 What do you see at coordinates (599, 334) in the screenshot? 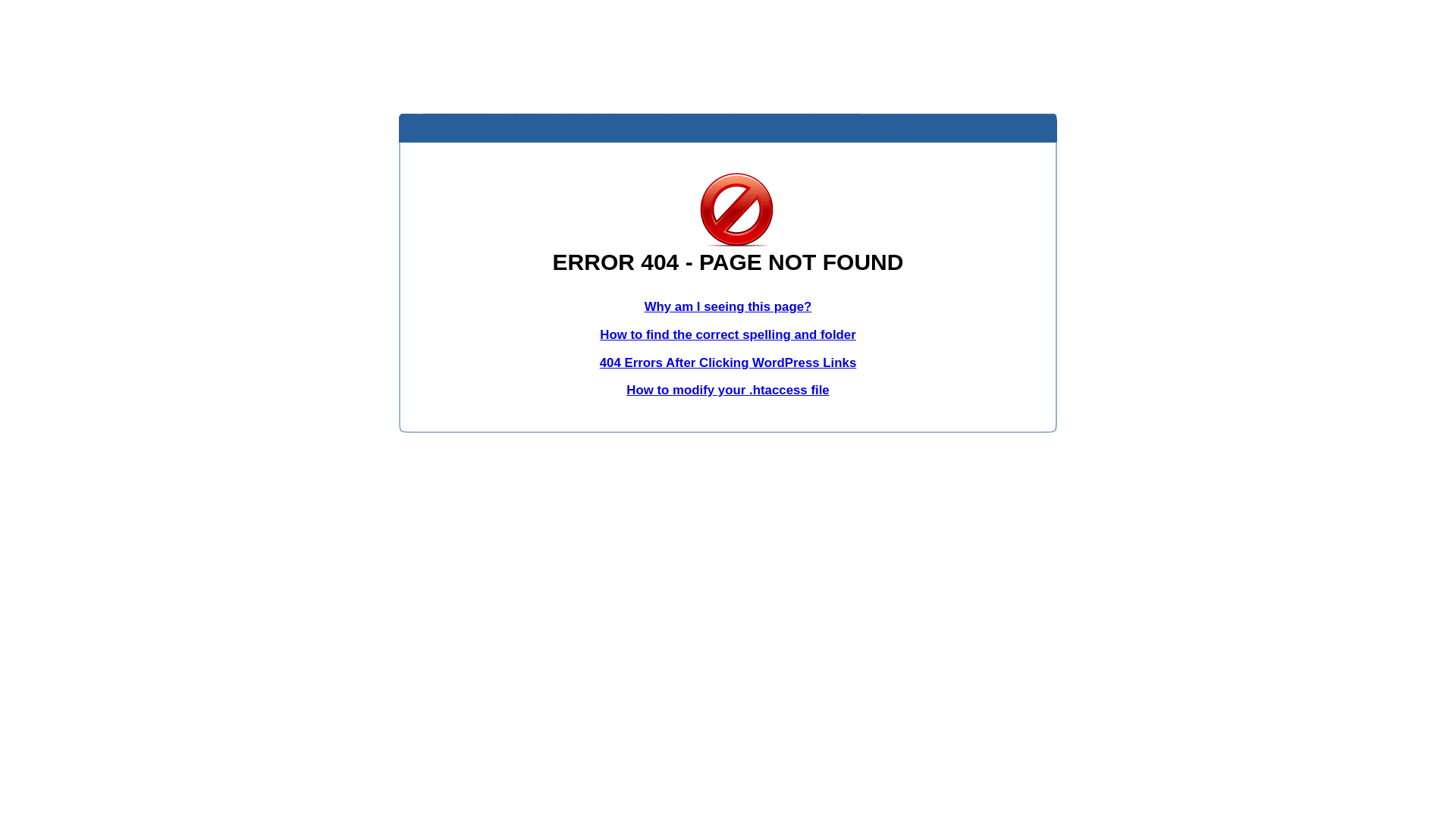
I see `'How to find the correct spelling and folder'` at bounding box center [599, 334].